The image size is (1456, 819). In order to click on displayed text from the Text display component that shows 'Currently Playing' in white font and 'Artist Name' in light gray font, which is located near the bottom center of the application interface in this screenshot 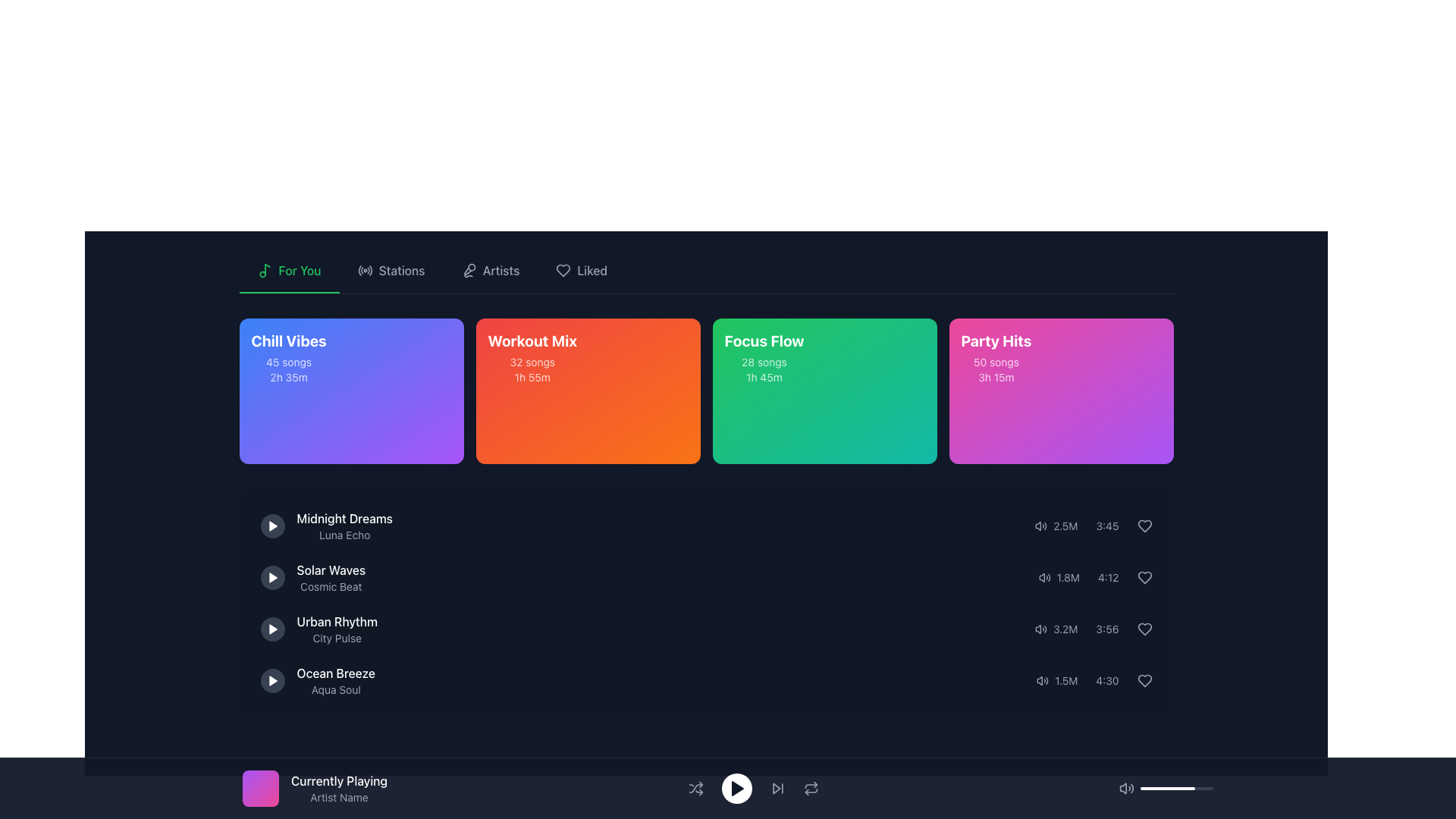, I will do `click(338, 788)`.